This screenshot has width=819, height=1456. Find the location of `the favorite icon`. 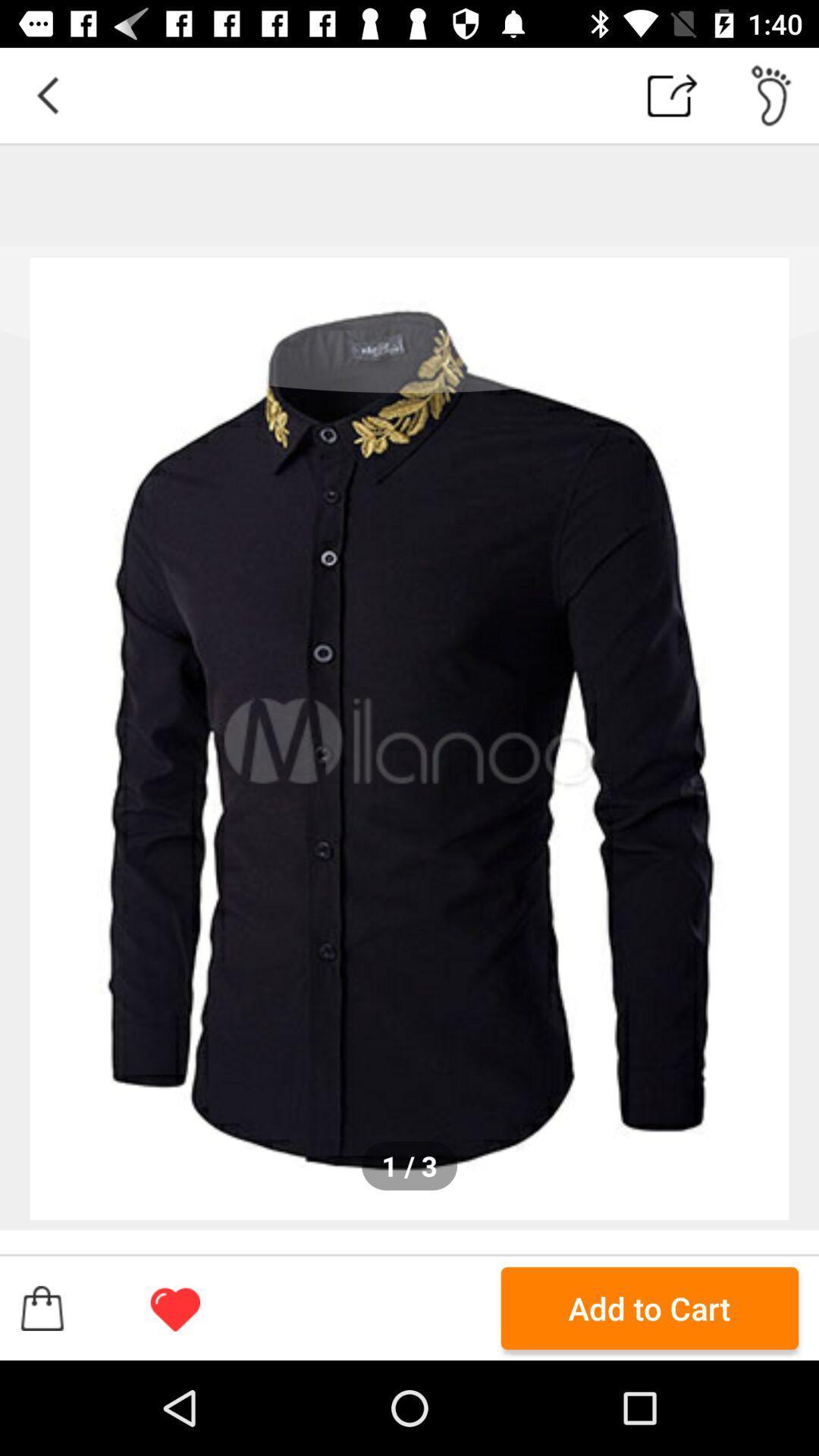

the favorite icon is located at coordinates (174, 1307).